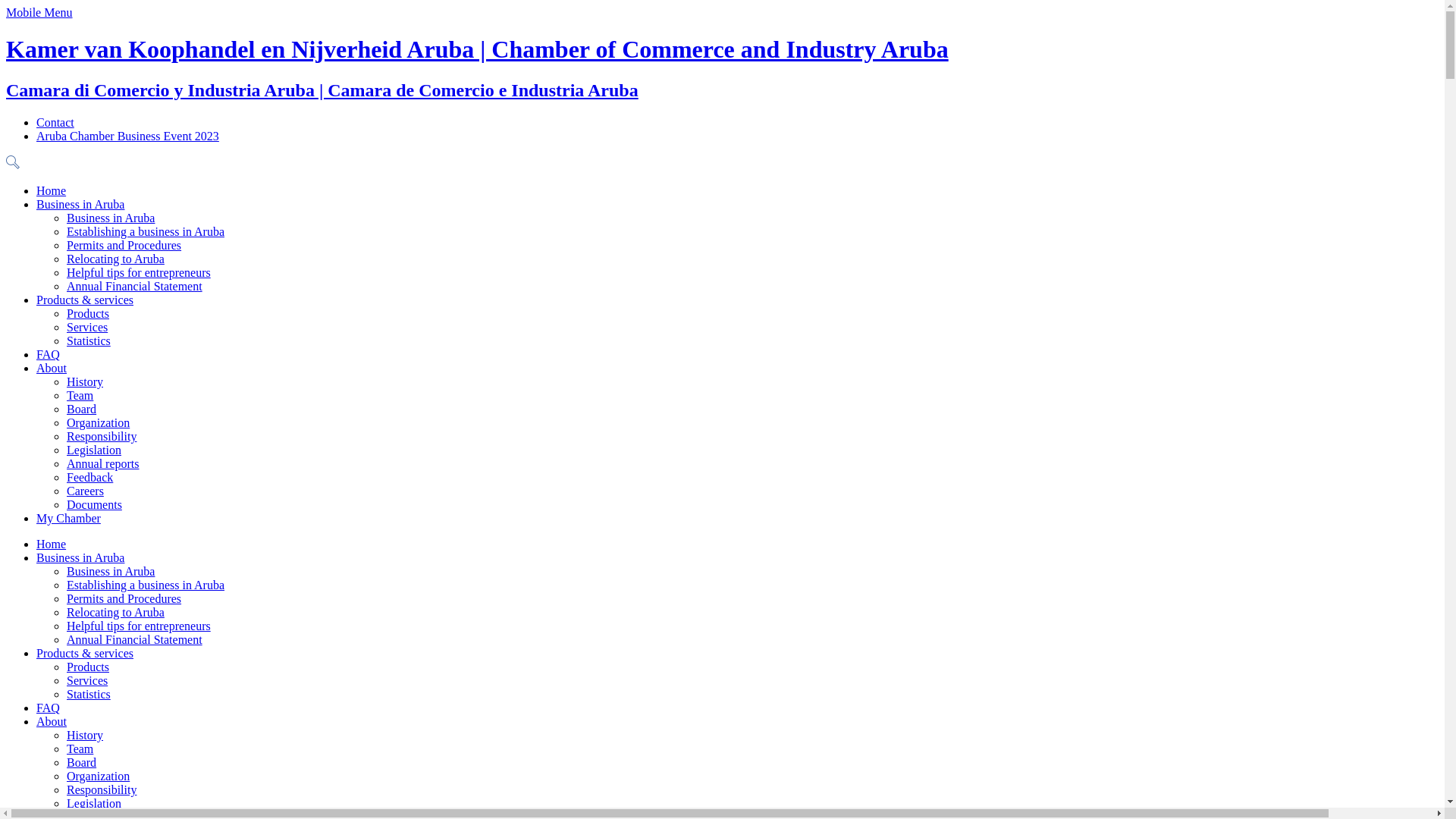 The image size is (1456, 819). I want to click on 'Aruba Chamber Business Event 2023', so click(127, 135).